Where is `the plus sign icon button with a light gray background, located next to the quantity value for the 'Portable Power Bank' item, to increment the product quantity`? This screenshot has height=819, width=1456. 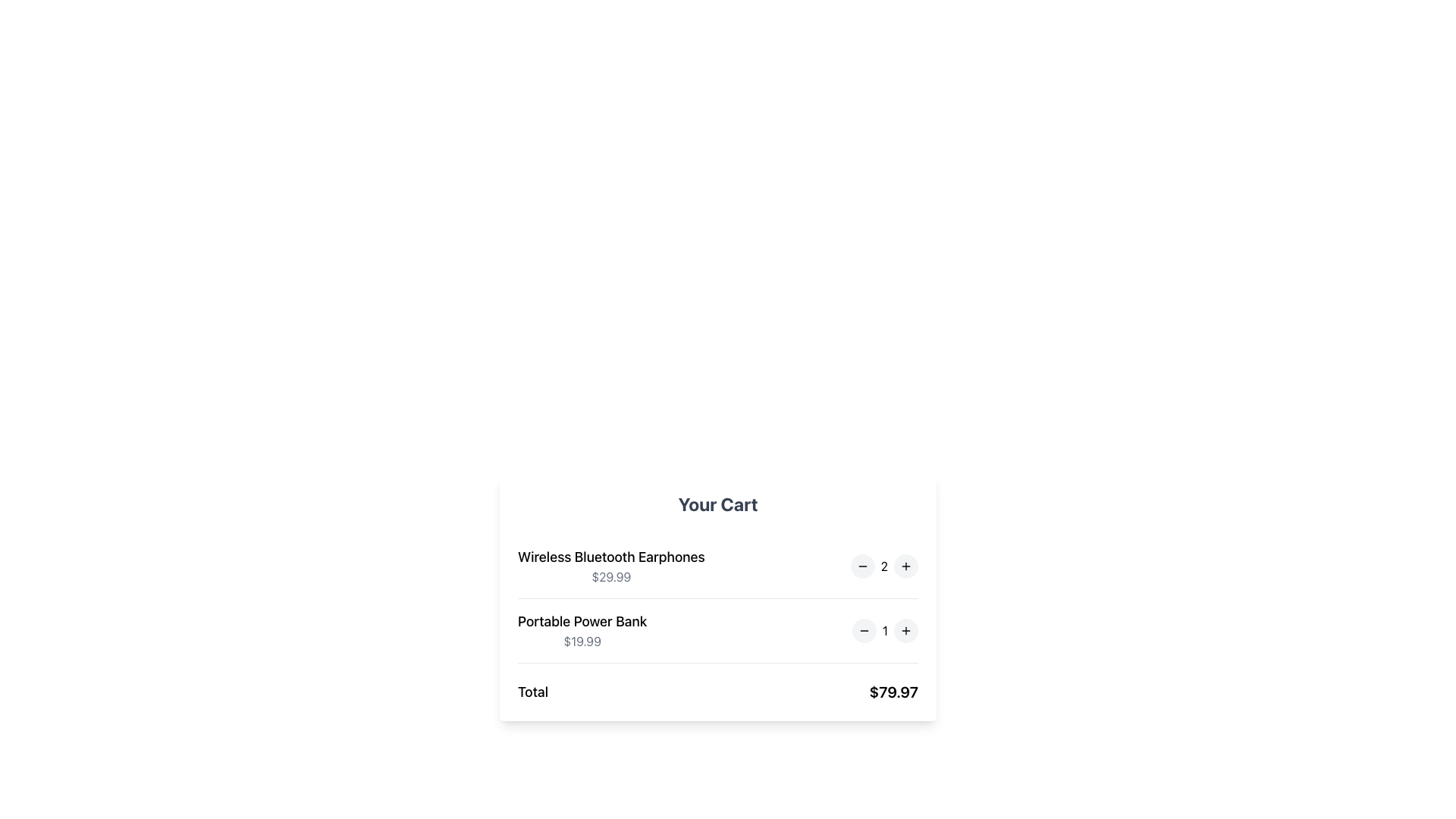
the plus sign icon button with a light gray background, located next to the quantity value for the 'Portable Power Bank' item, to increment the product quantity is located at coordinates (906, 631).